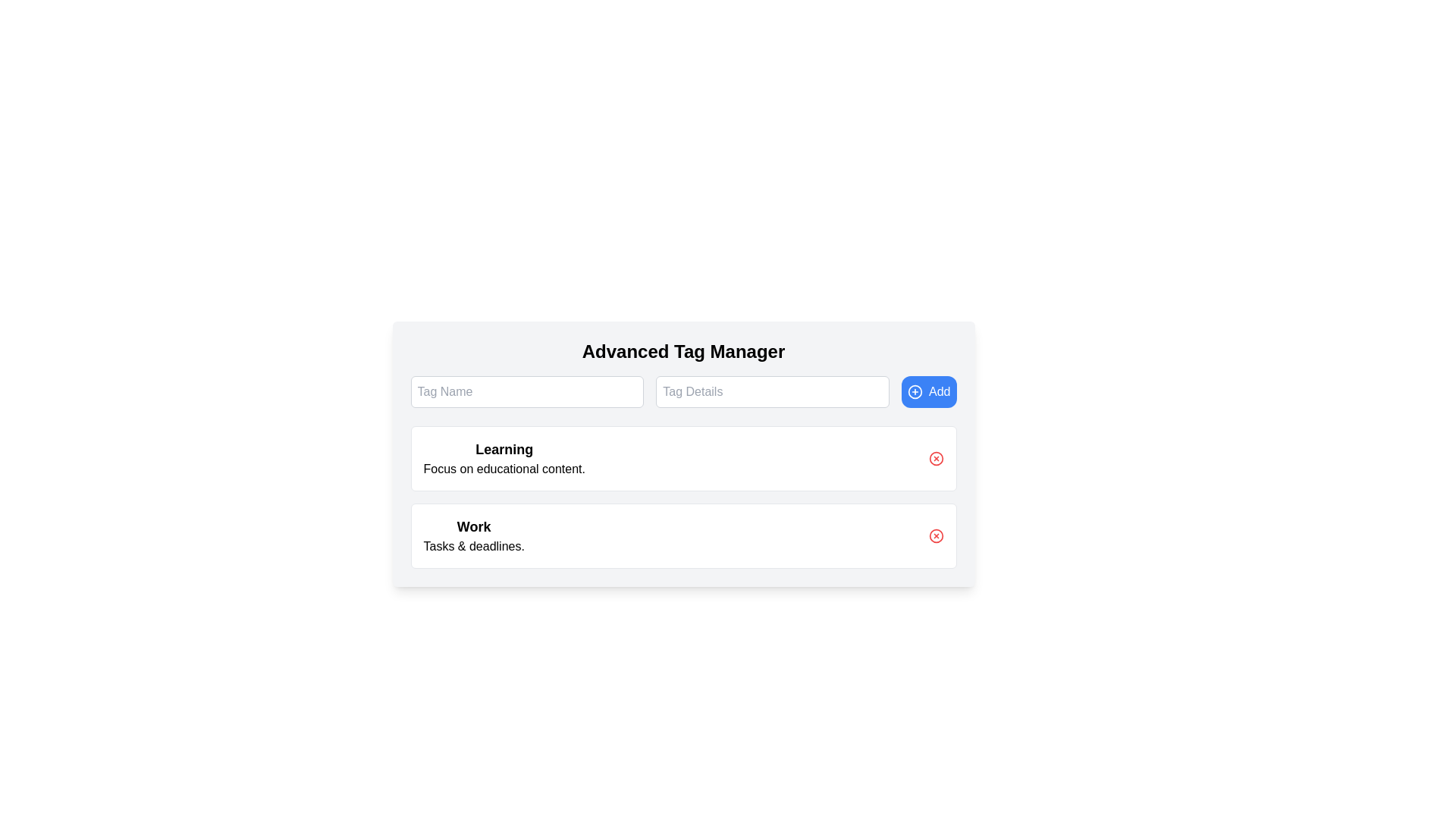 The height and width of the screenshot is (819, 1456). Describe the element at coordinates (915, 391) in the screenshot. I see `the 'Add' button, which is represented by a circular SVG graphic element located in the top-right region of the user interface's main input section for 'Tag Name' and 'Tag Details'` at that location.